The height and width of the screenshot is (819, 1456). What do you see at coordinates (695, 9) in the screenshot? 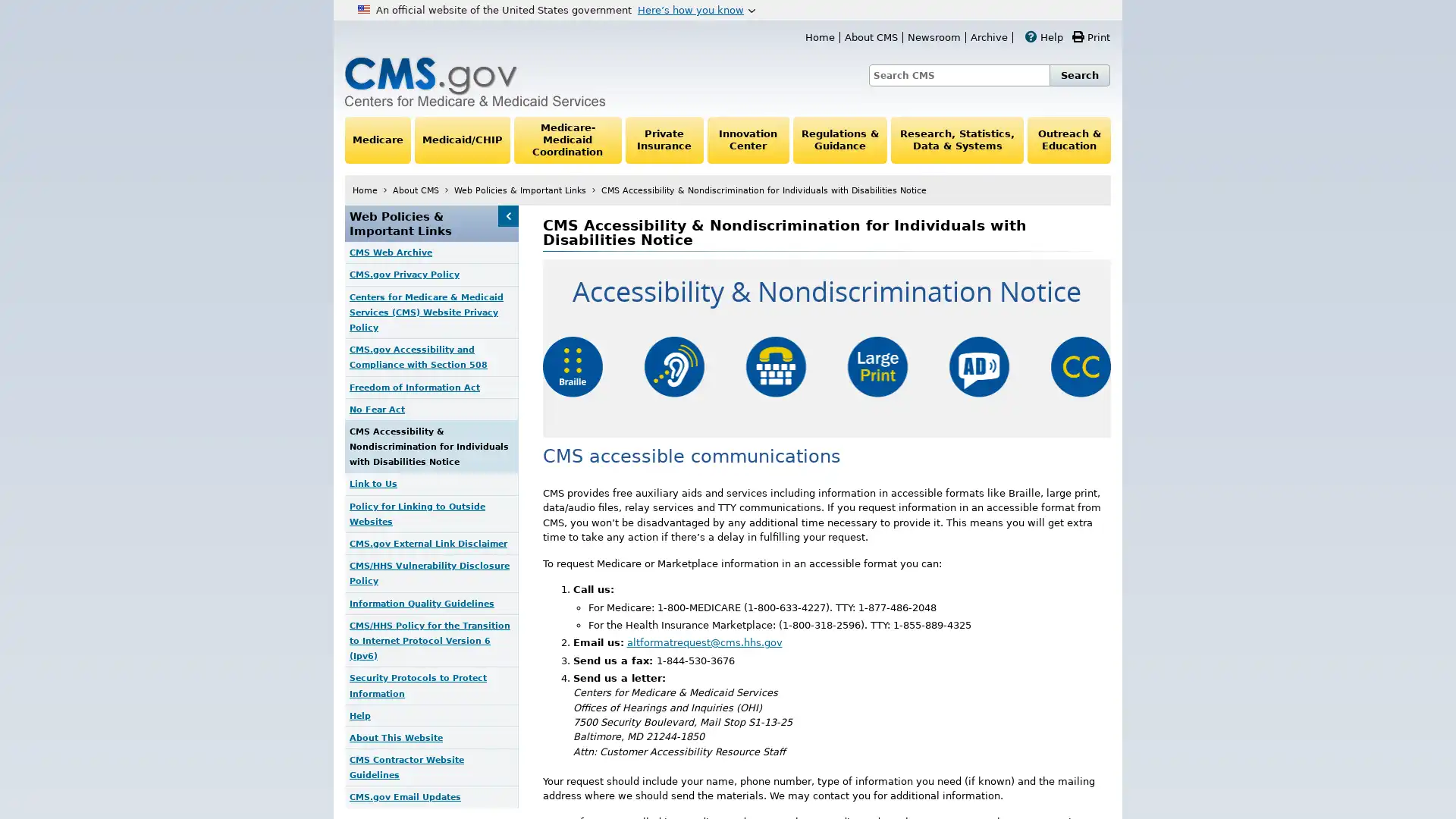
I see `Heres how you know` at bounding box center [695, 9].